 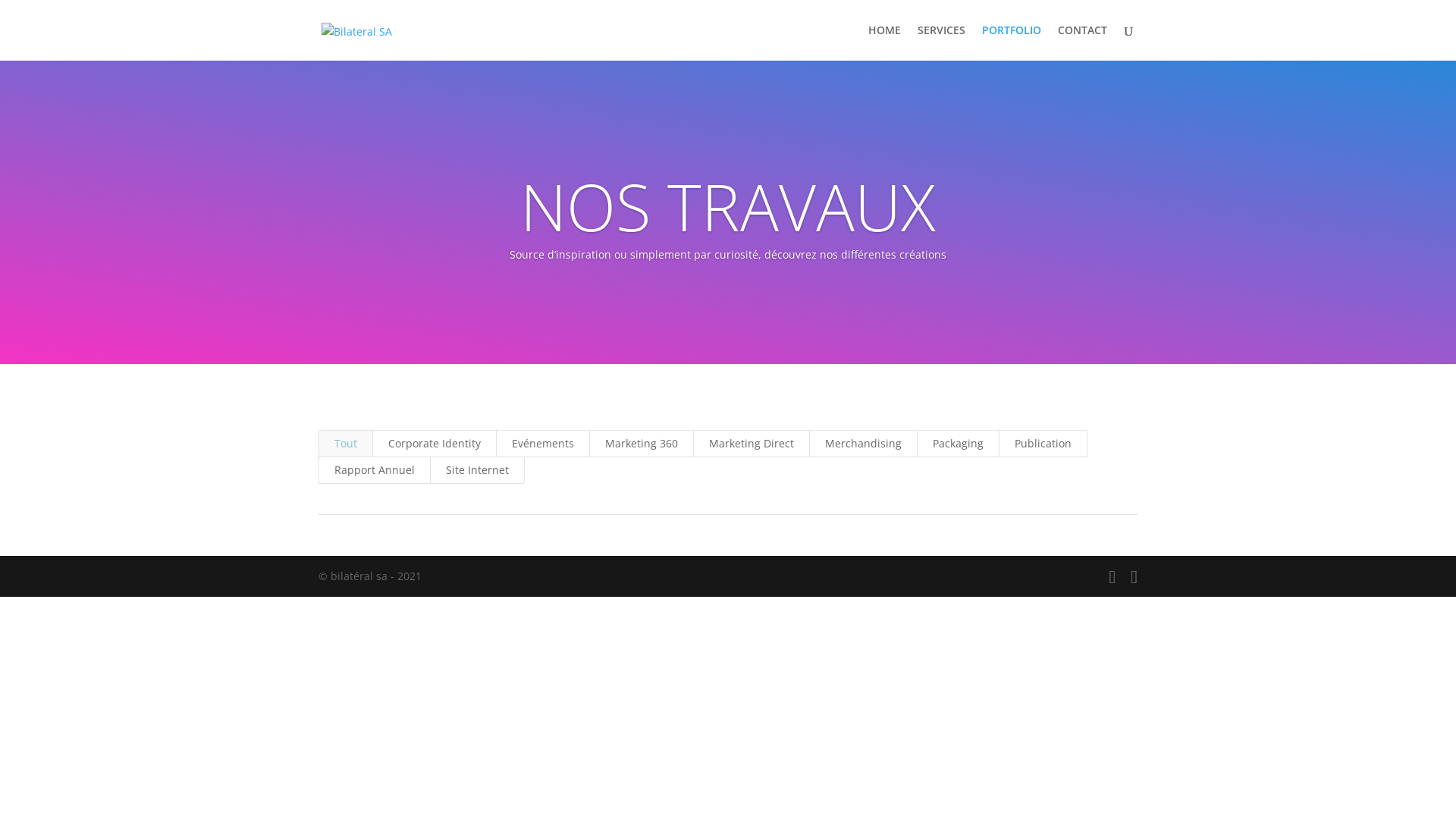 I want to click on 'SERVICES', so click(x=940, y=42).